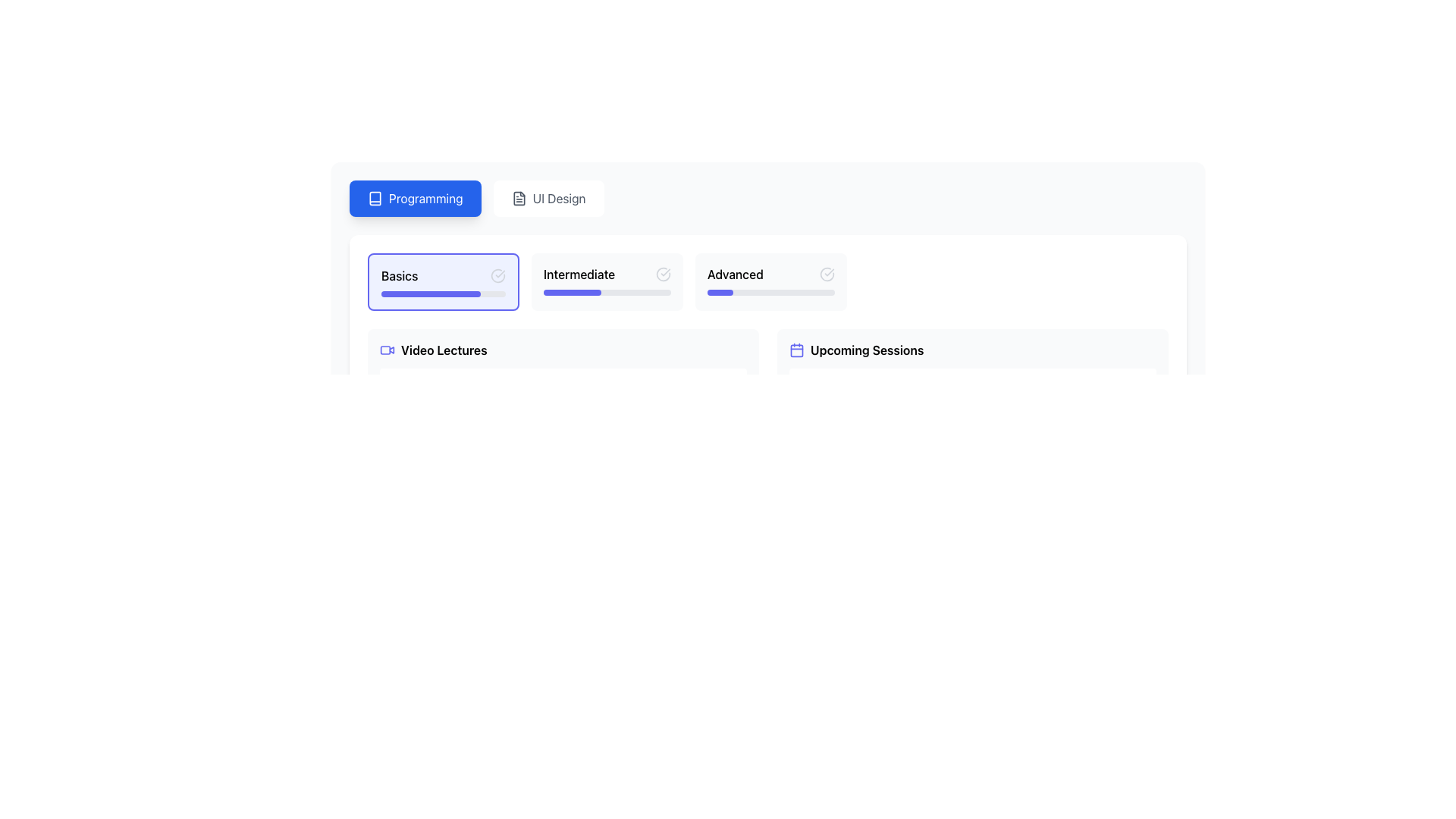  Describe the element at coordinates (796, 350) in the screenshot. I see `the indigo calendar icon, which has rounded corners and is located` at that location.